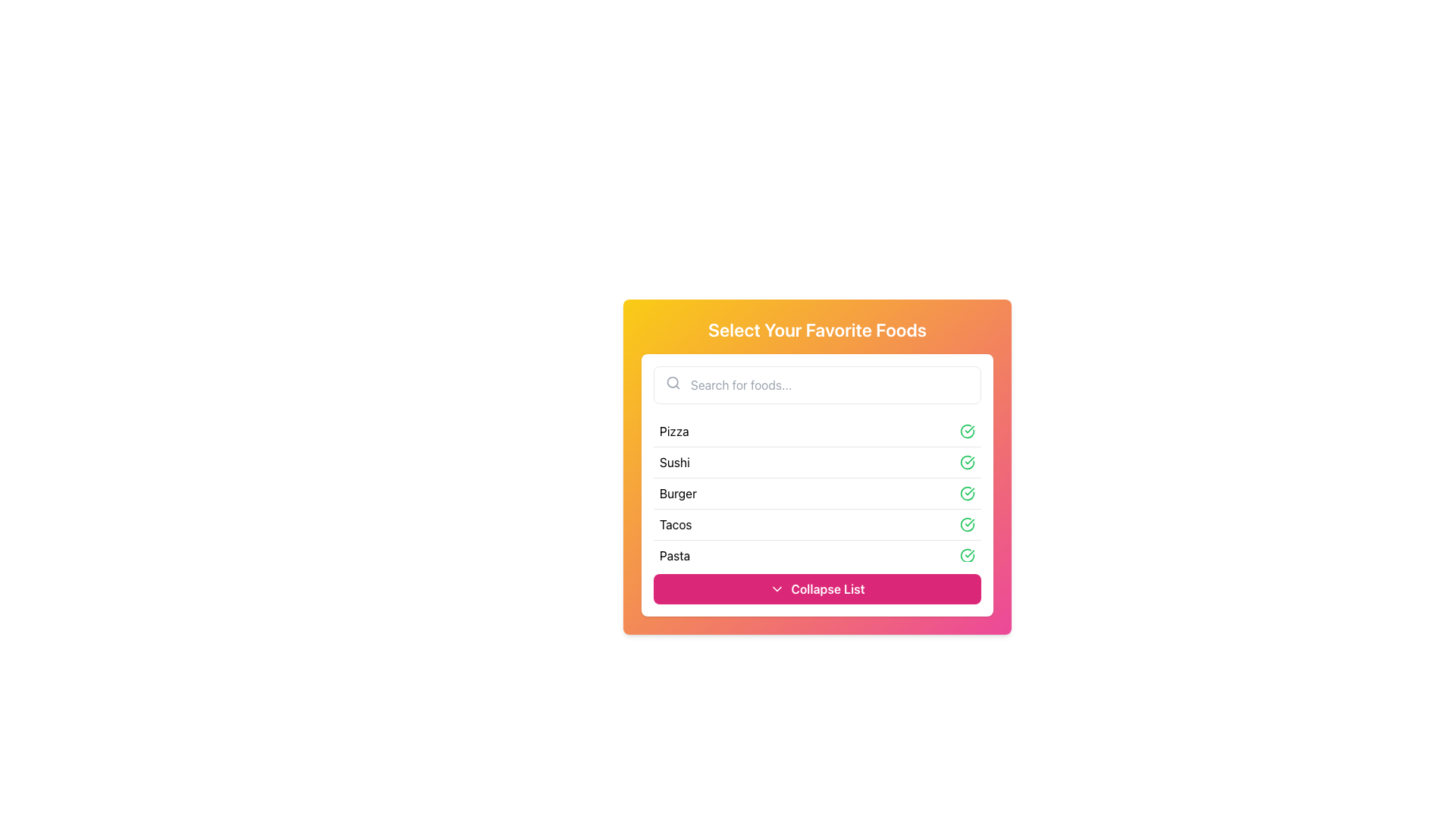  Describe the element at coordinates (817, 556) in the screenshot. I see `the selectable list item labeled 'Pasta' with a green checkmark` at that location.